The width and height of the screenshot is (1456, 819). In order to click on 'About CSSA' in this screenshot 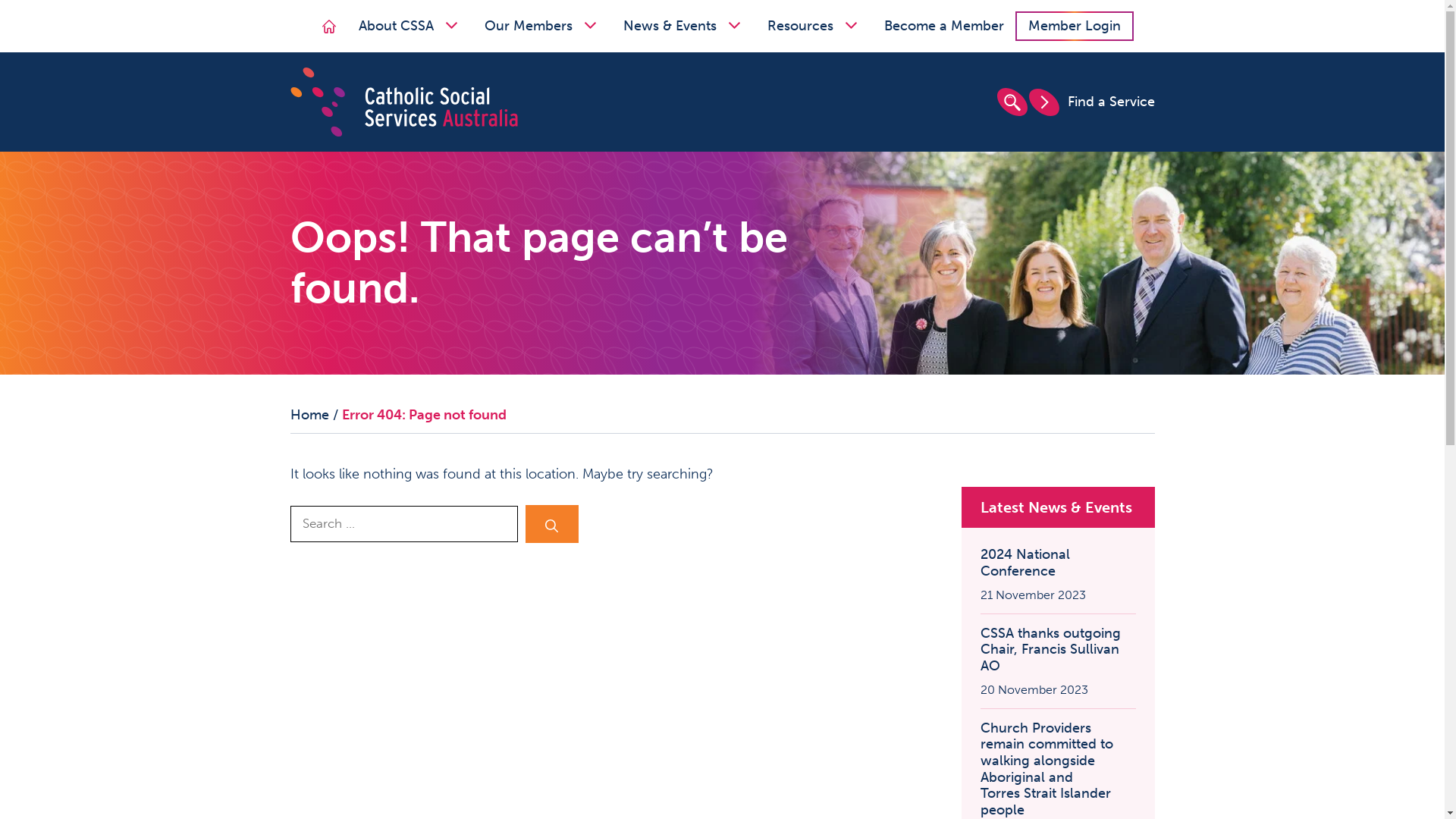, I will do `click(410, 26)`.